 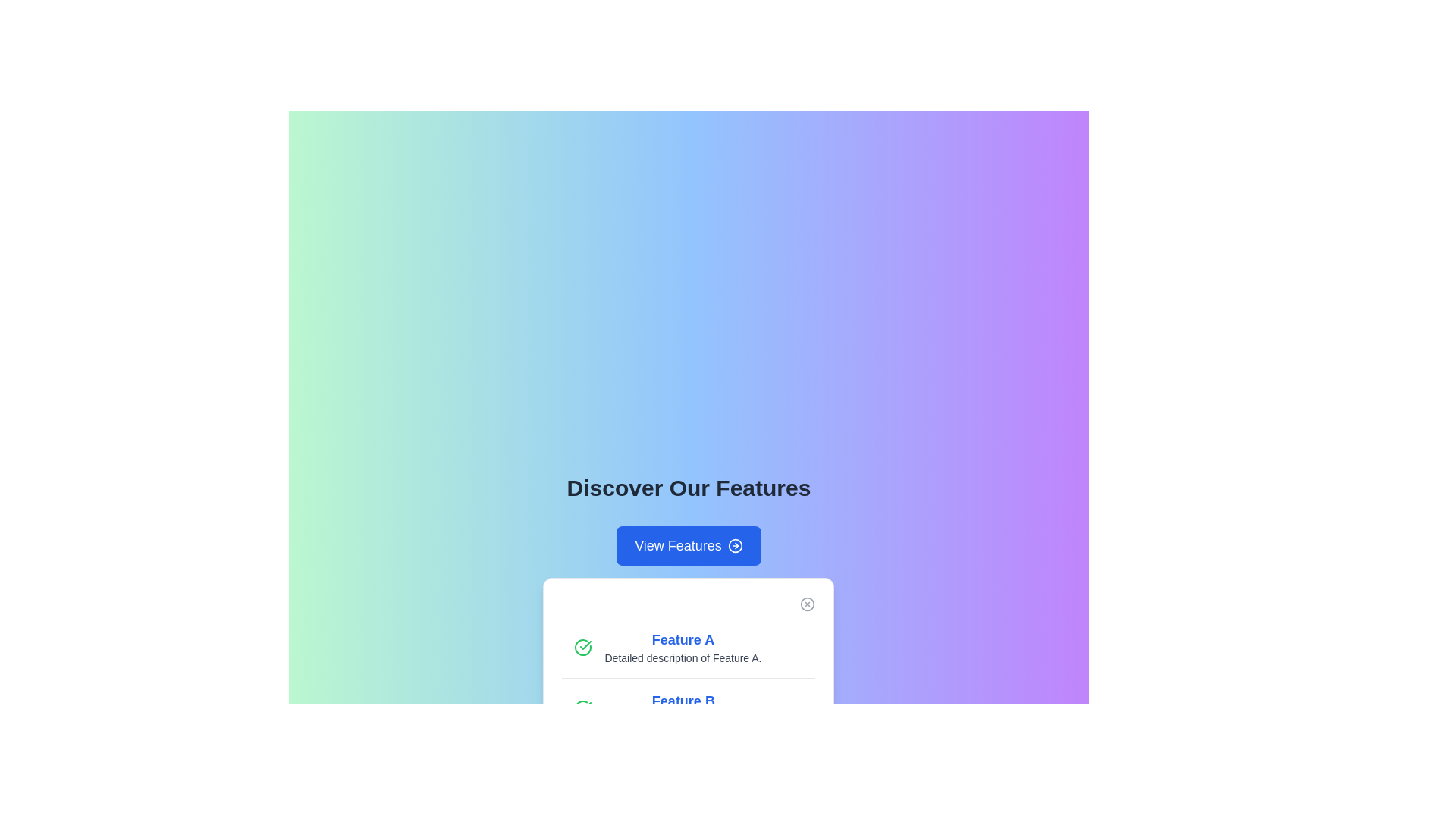 What do you see at coordinates (688, 488) in the screenshot?
I see `the bold heading with the text 'Discover Our Features' which is centered on a gradient background and is positioned above the 'View Features' button` at bounding box center [688, 488].